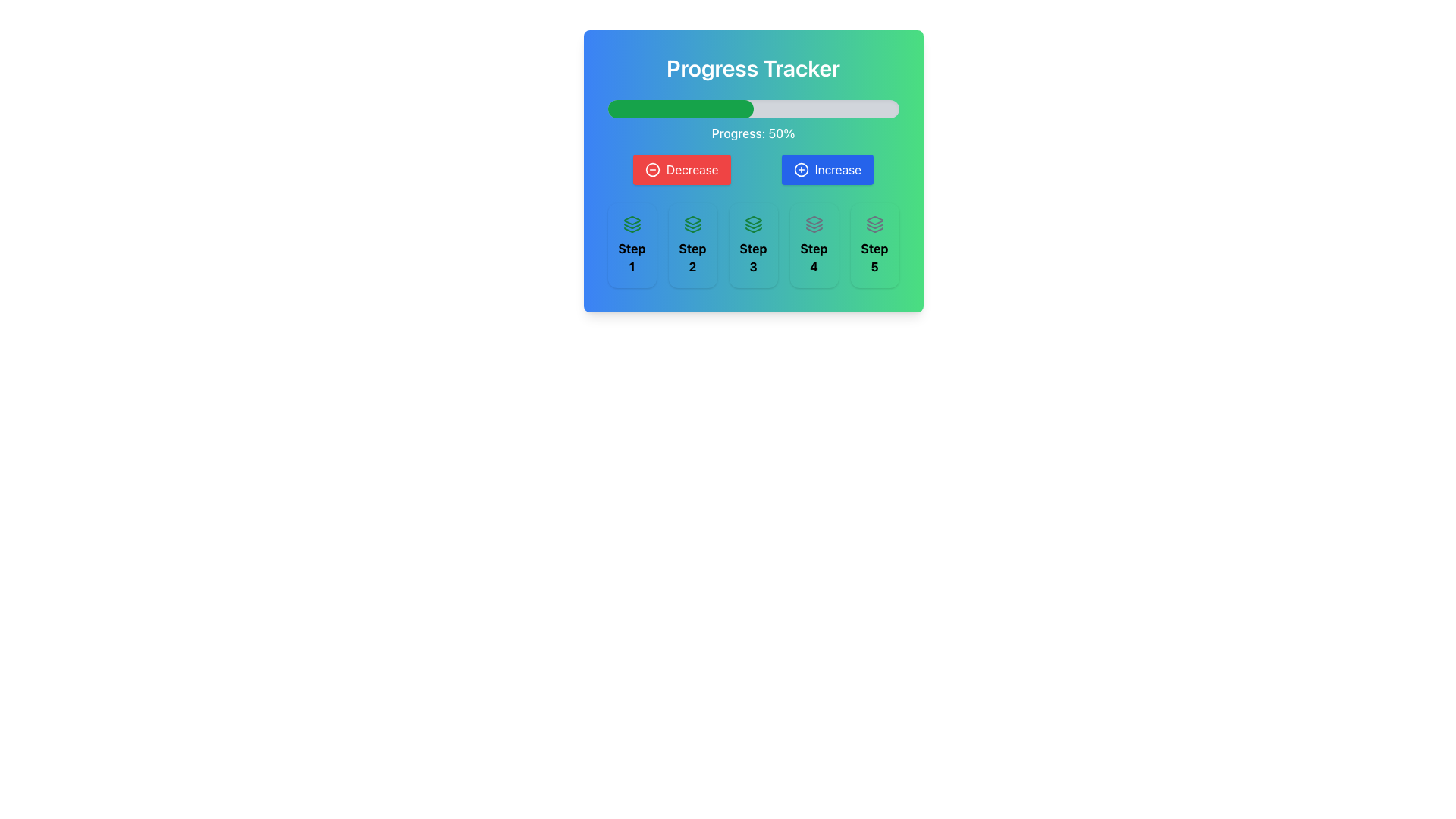  Describe the element at coordinates (632, 226) in the screenshot. I see `the second shape in the sequence of three layered shapes within the SVG graphic, representing steps or layers in an icon set` at that location.